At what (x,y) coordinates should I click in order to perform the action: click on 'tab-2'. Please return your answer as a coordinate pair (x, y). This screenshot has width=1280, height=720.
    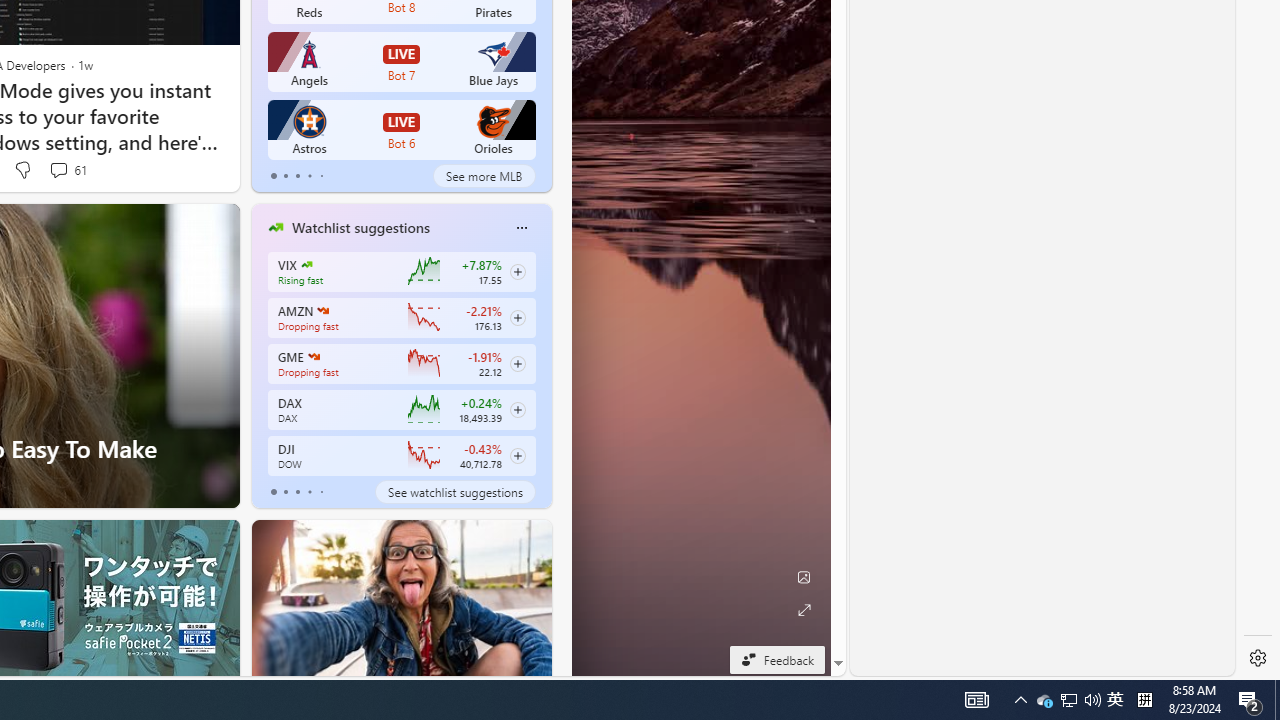
    Looking at the image, I should click on (296, 492).